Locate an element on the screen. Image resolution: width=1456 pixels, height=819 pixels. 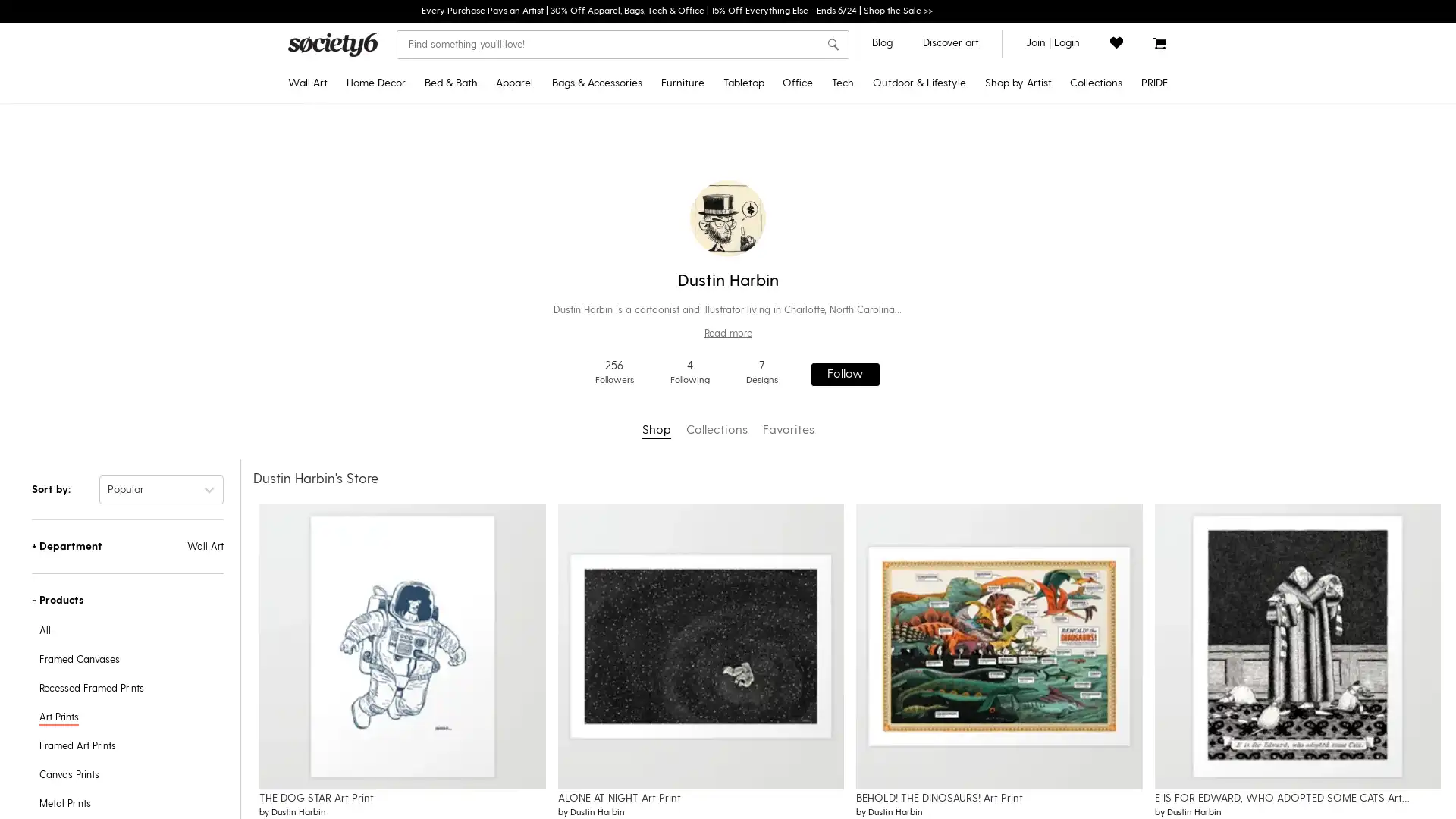
Floor Cushions is located at coordinates (939, 439).